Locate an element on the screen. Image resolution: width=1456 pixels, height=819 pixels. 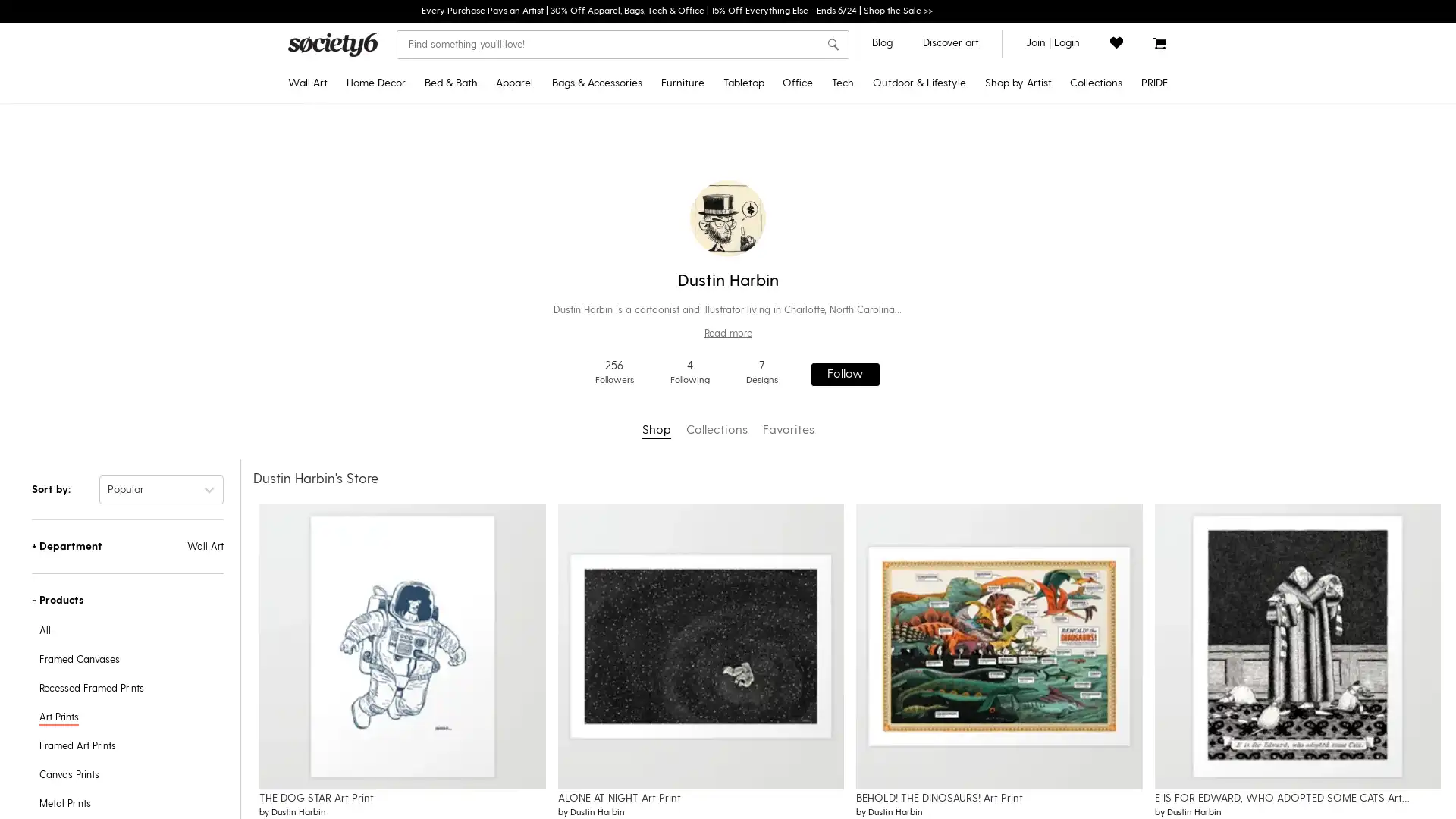
Floor Cushions is located at coordinates (939, 439).